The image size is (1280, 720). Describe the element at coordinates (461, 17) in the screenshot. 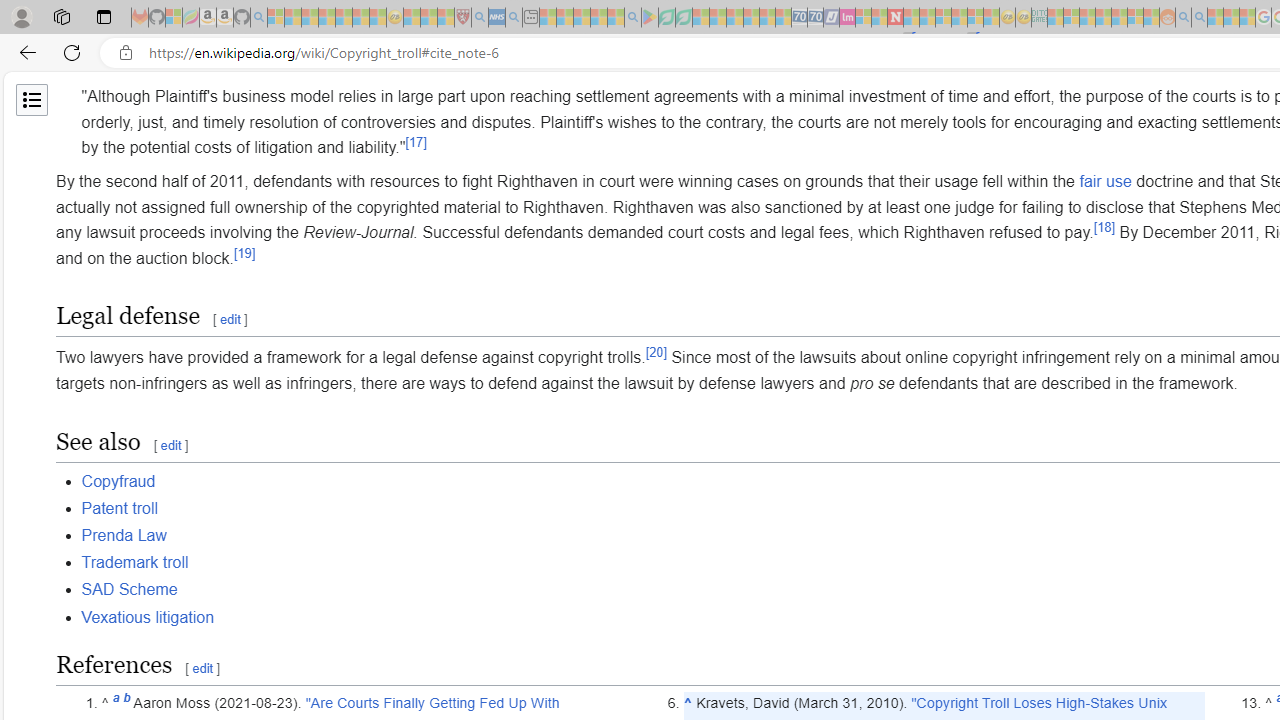

I see `'Robert H. Shmerling, MD - Harvard Health - Sleeping'` at that location.